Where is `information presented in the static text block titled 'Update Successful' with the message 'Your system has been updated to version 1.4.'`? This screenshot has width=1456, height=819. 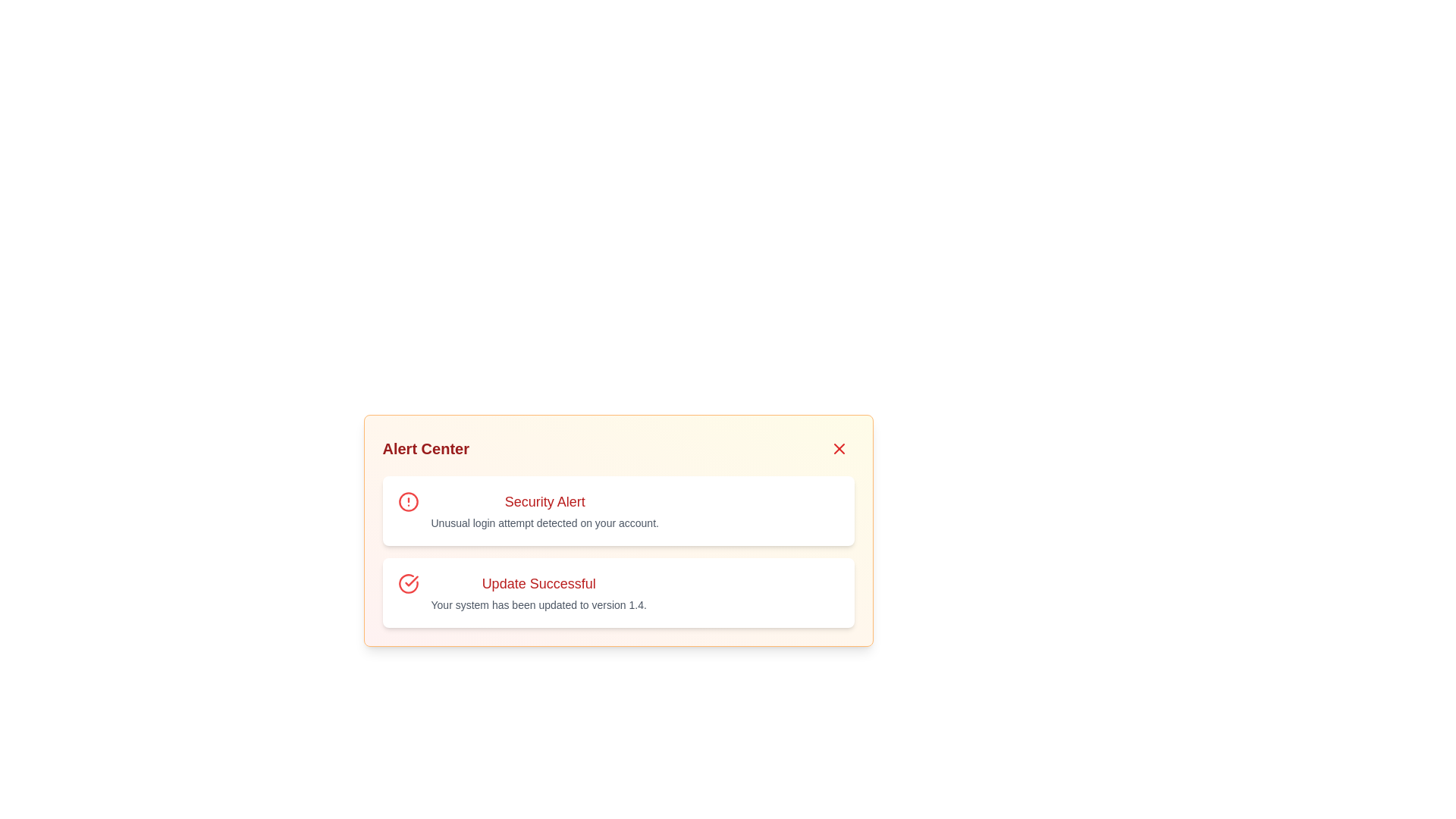
information presented in the static text block titled 'Update Successful' with the message 'Your system has been updated to version 1.4.' is located at coordinates (538, 592).